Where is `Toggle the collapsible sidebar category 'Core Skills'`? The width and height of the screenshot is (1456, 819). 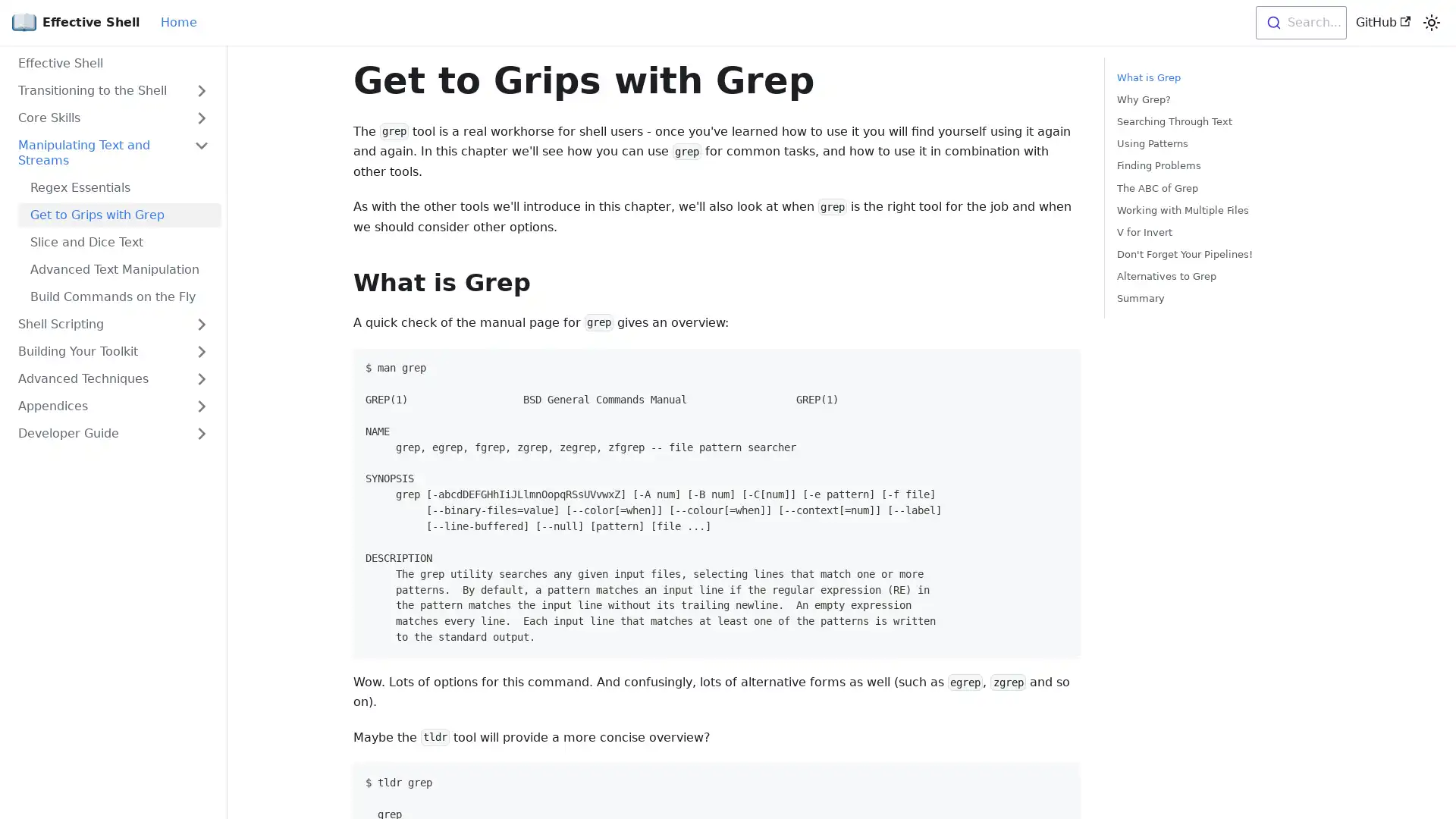 Toggle the collapsible sidebar category 'Core Skills' is located at coordinates (200, 117).